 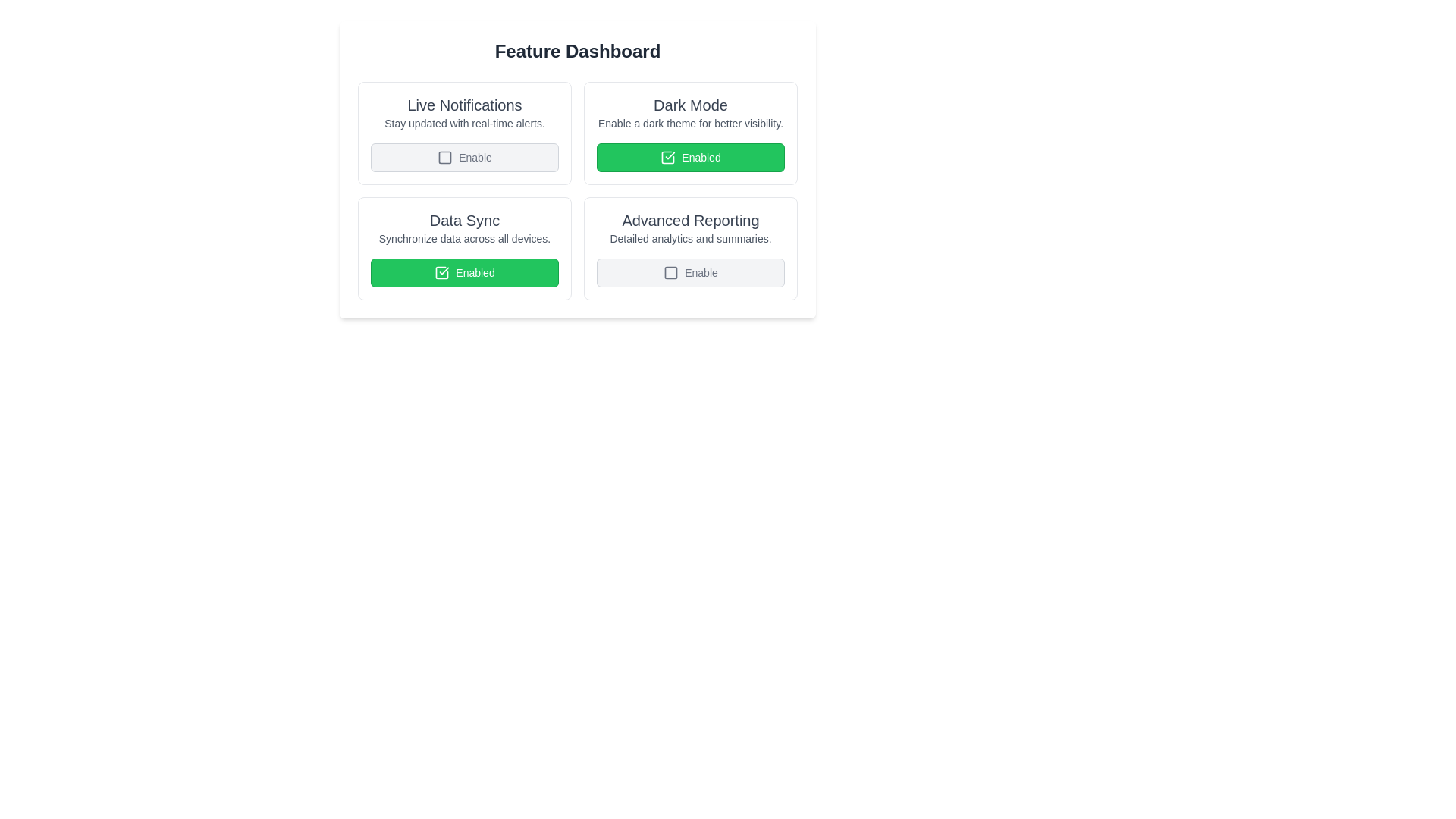 What do you see at coordinates (464, 112) in the screenshot?
I see `the title and subtitle component for the 'Live Notifications' feature located in the top-left card under the 'Feature Dashboard', situated above the 'Enable' button` at bounding box center [464, 112].